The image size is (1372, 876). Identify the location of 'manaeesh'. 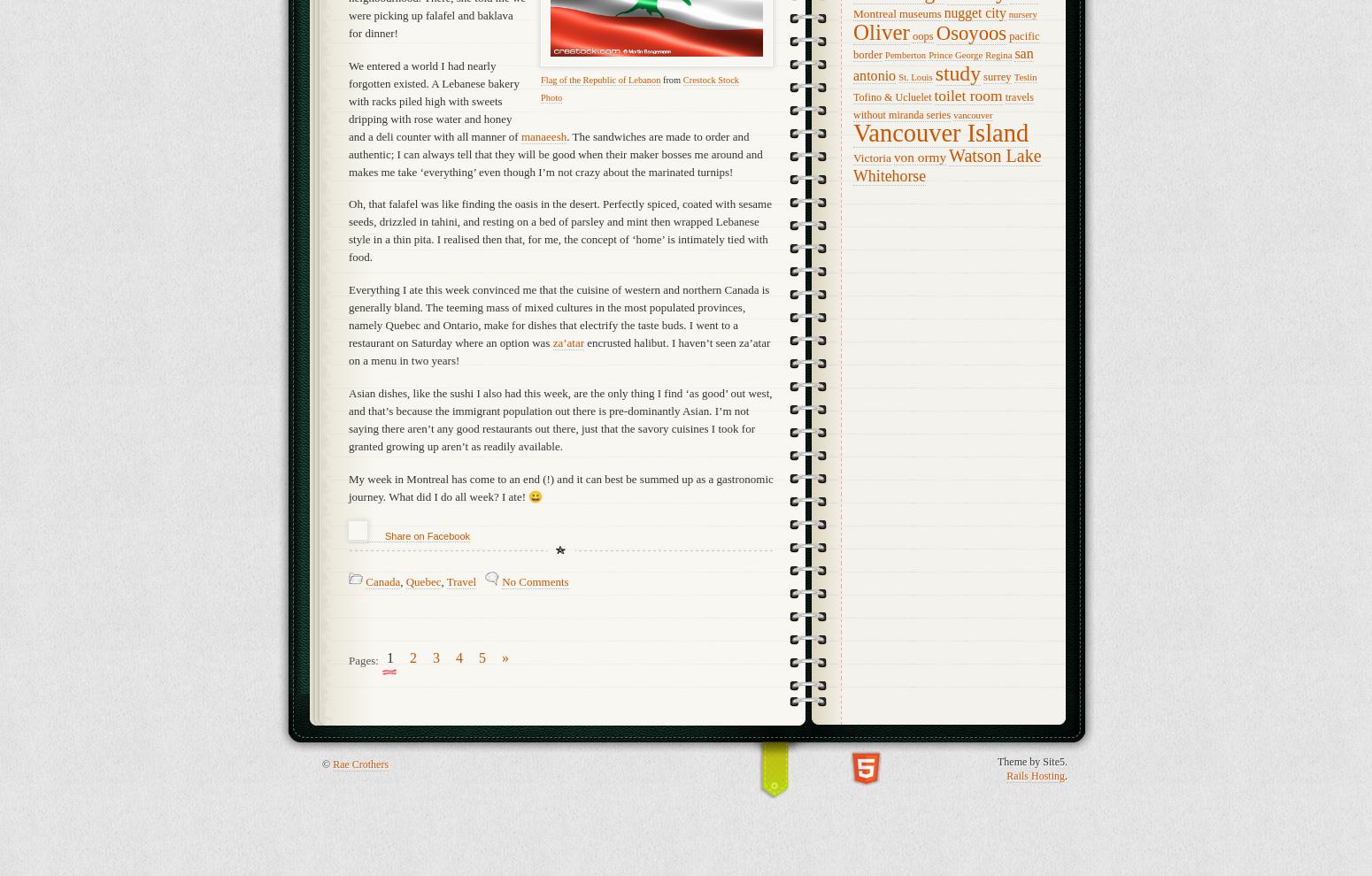
(543, 135).